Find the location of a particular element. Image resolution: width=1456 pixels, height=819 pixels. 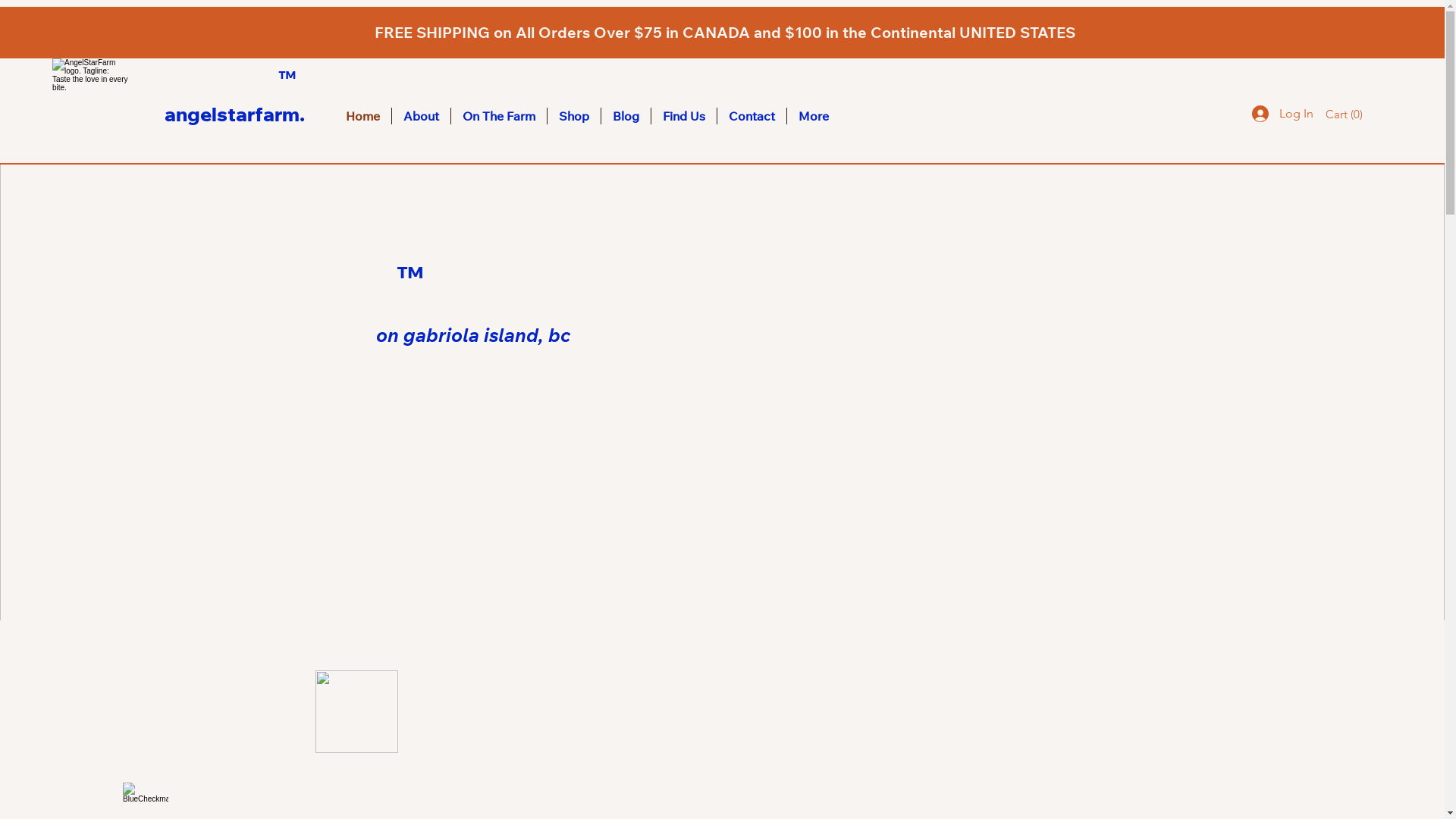

'On The Farm' is located at coordinates (498, 115).